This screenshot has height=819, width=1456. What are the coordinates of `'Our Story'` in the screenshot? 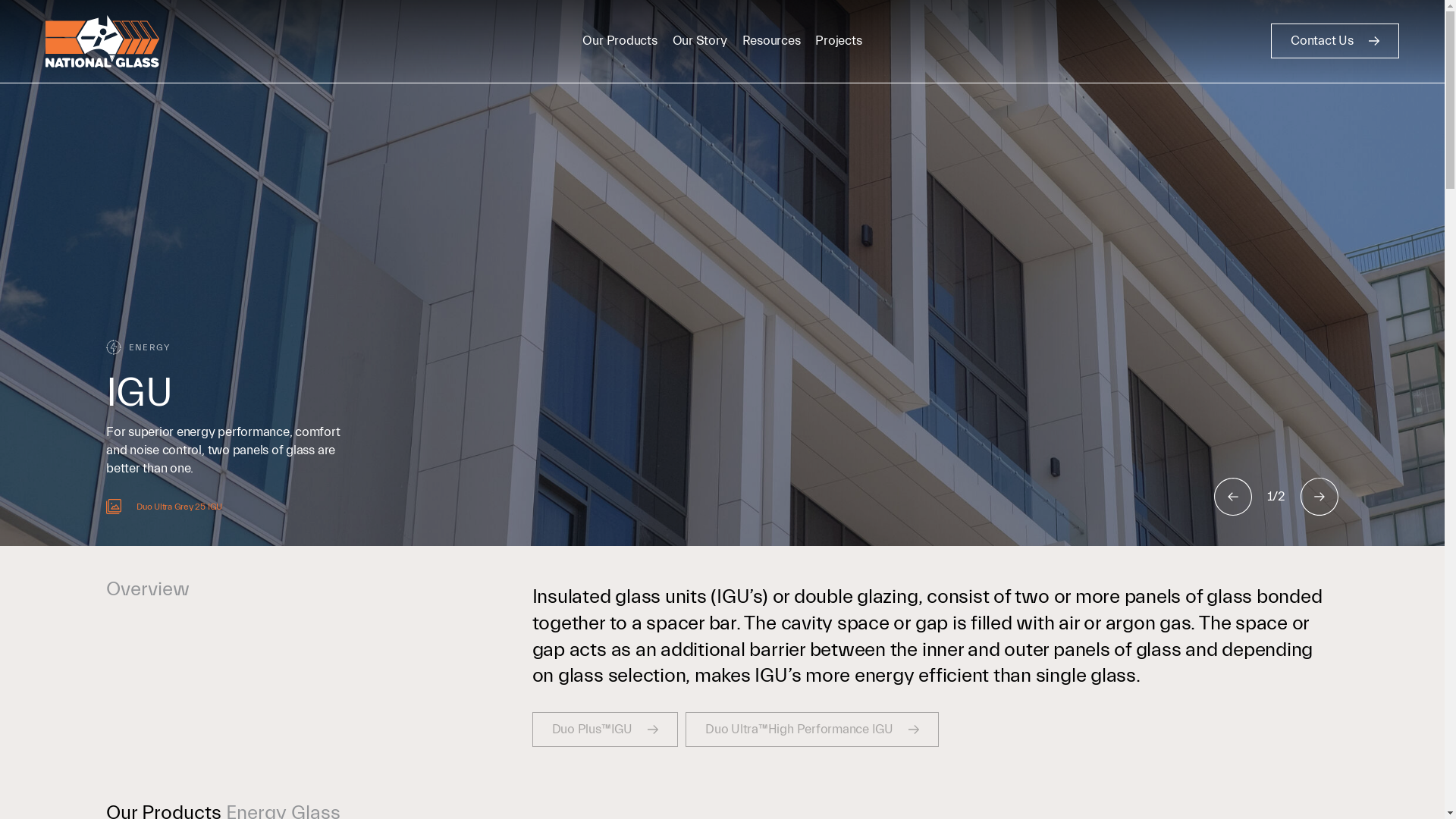 It's located at (698, 39).